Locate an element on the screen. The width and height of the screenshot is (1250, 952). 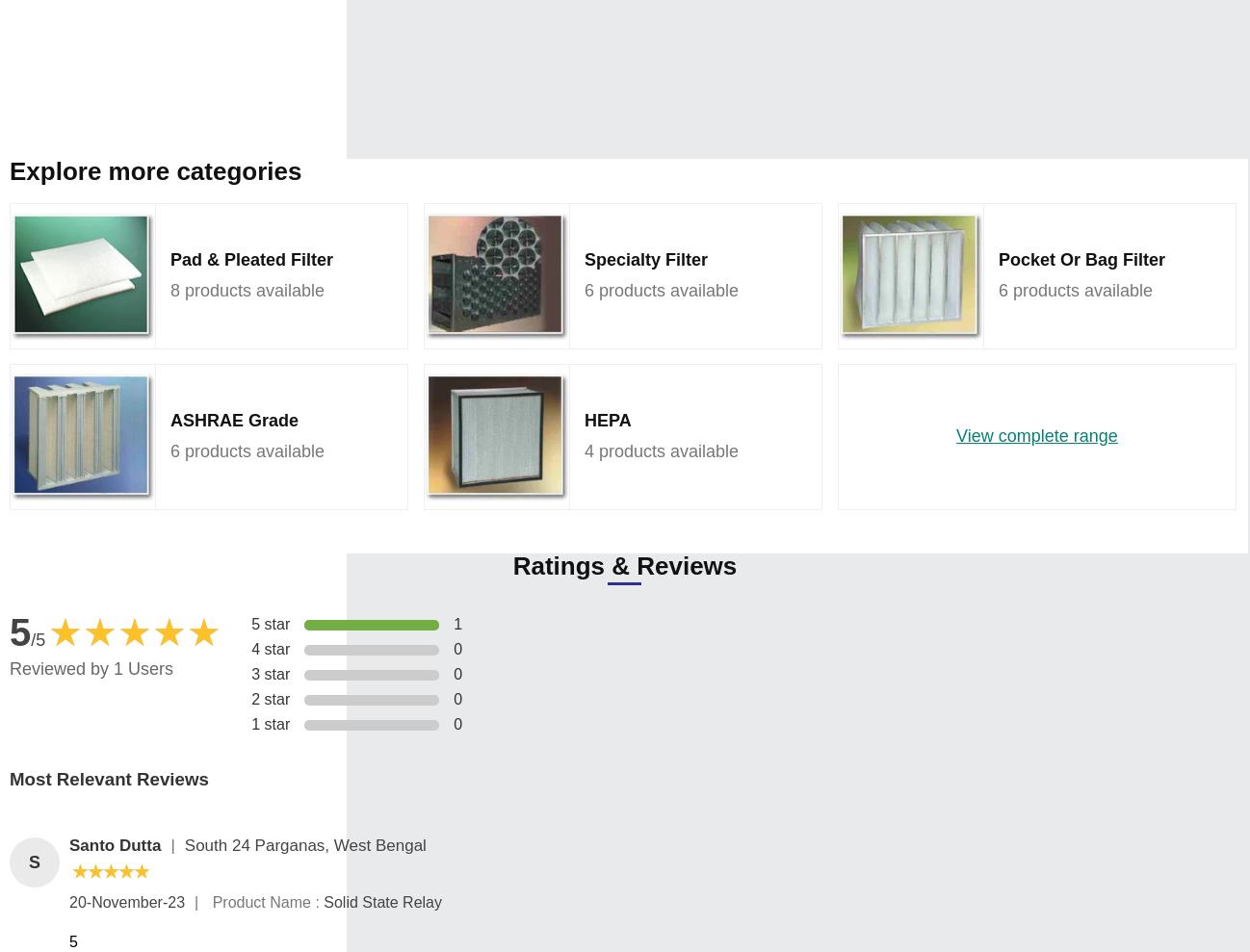
'Most Relevant Reviews' is located at coordinates (109, 778).